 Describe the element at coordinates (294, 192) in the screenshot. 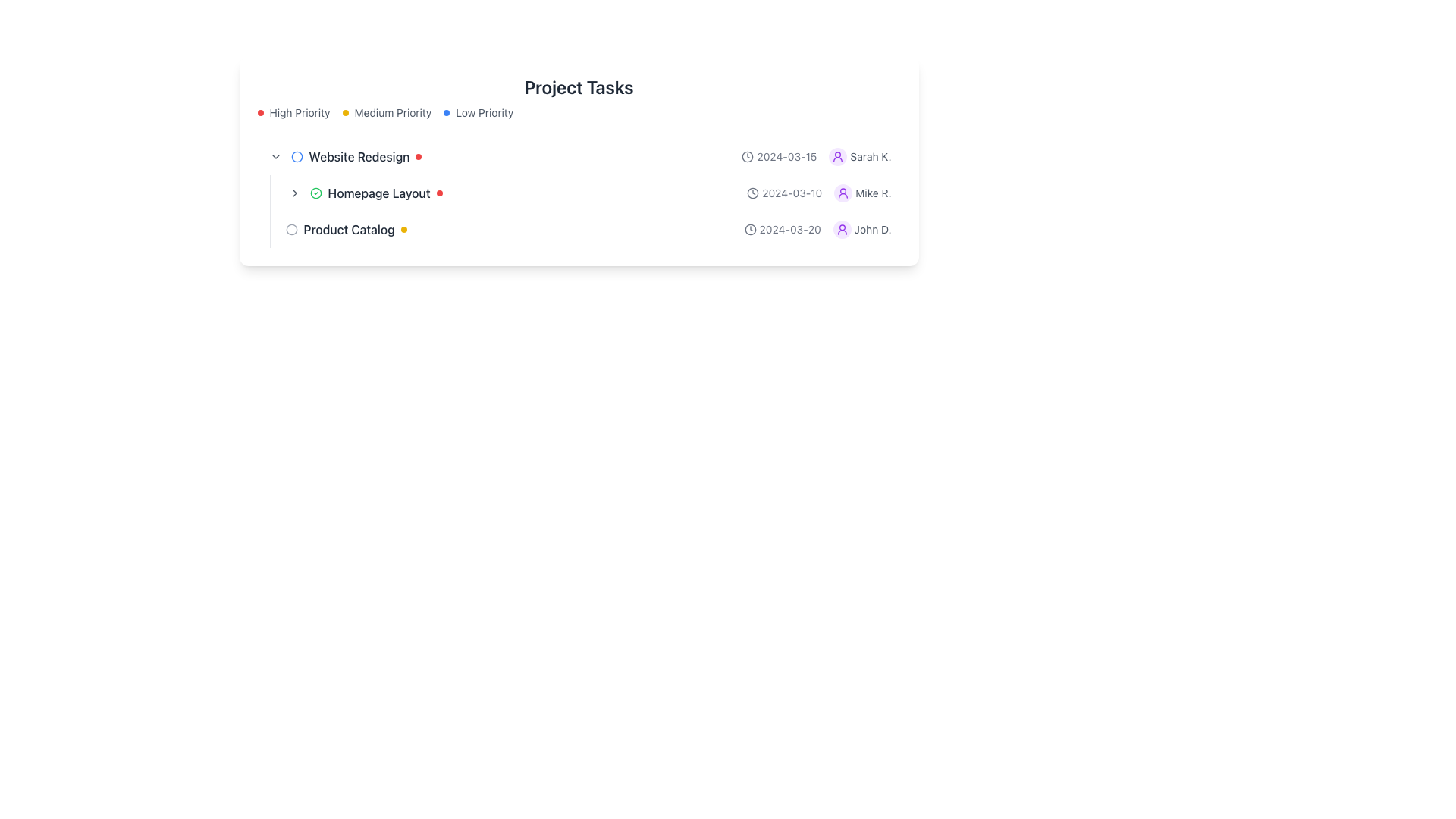

I see `the right-pointing chevron icon, styled with a gray stroke and no fill, located to the left of the 'Homepage Layout' entry under the 'Website Redesign' heading` at that location.